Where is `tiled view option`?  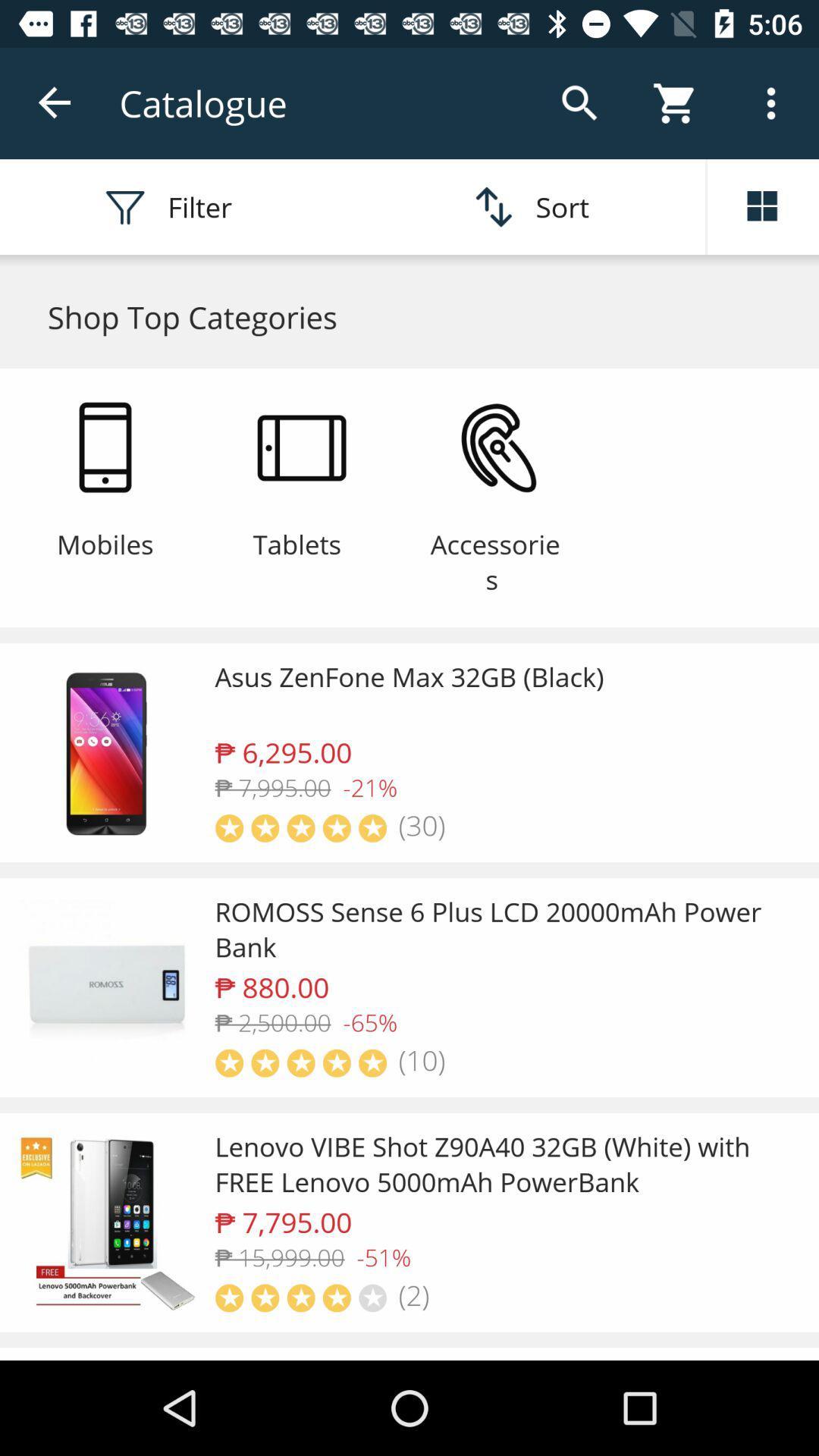 tiled view option is located at coordinates (763, 206).